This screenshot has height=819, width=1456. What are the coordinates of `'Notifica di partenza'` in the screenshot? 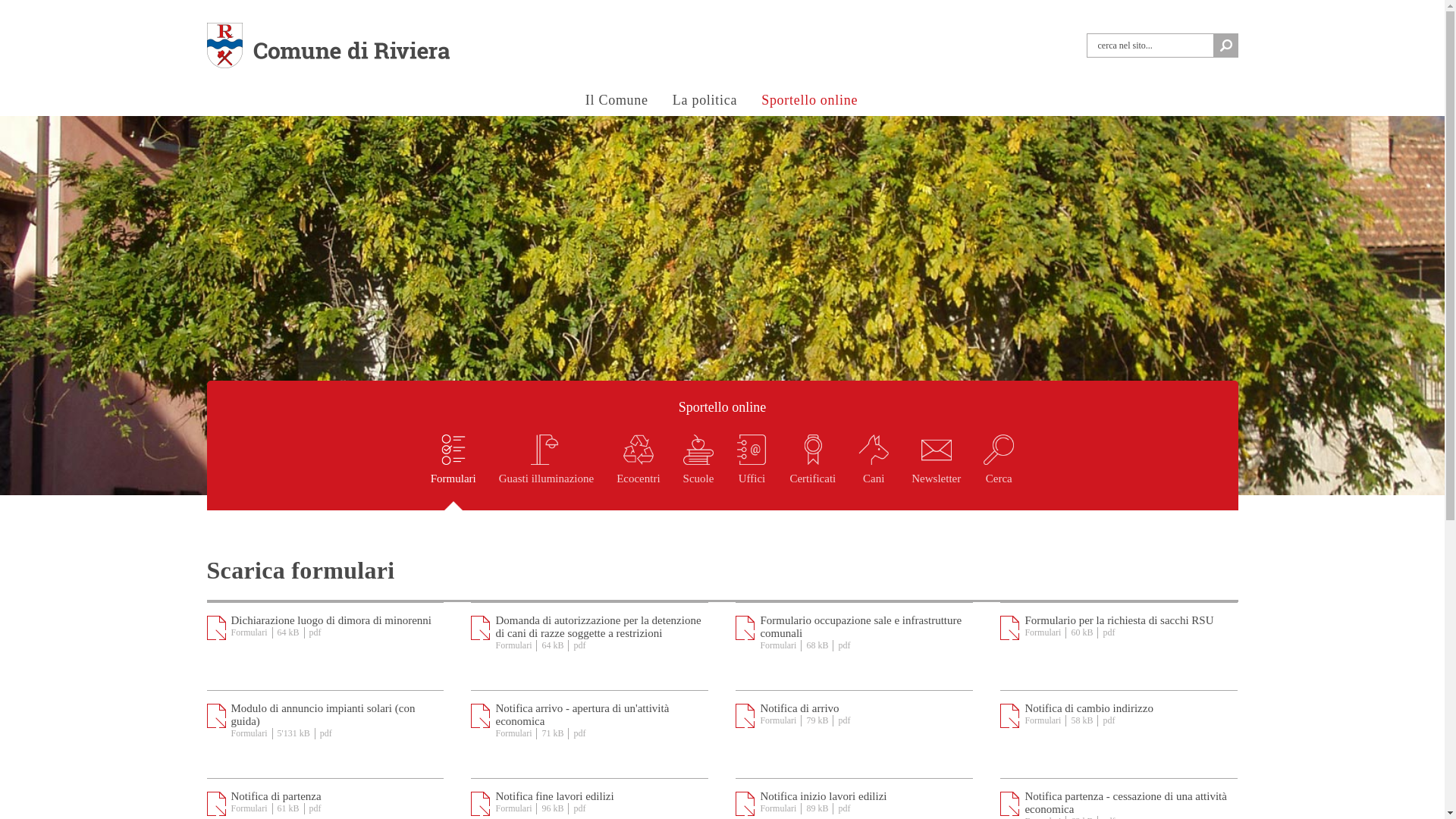 It's located at (275, 795).